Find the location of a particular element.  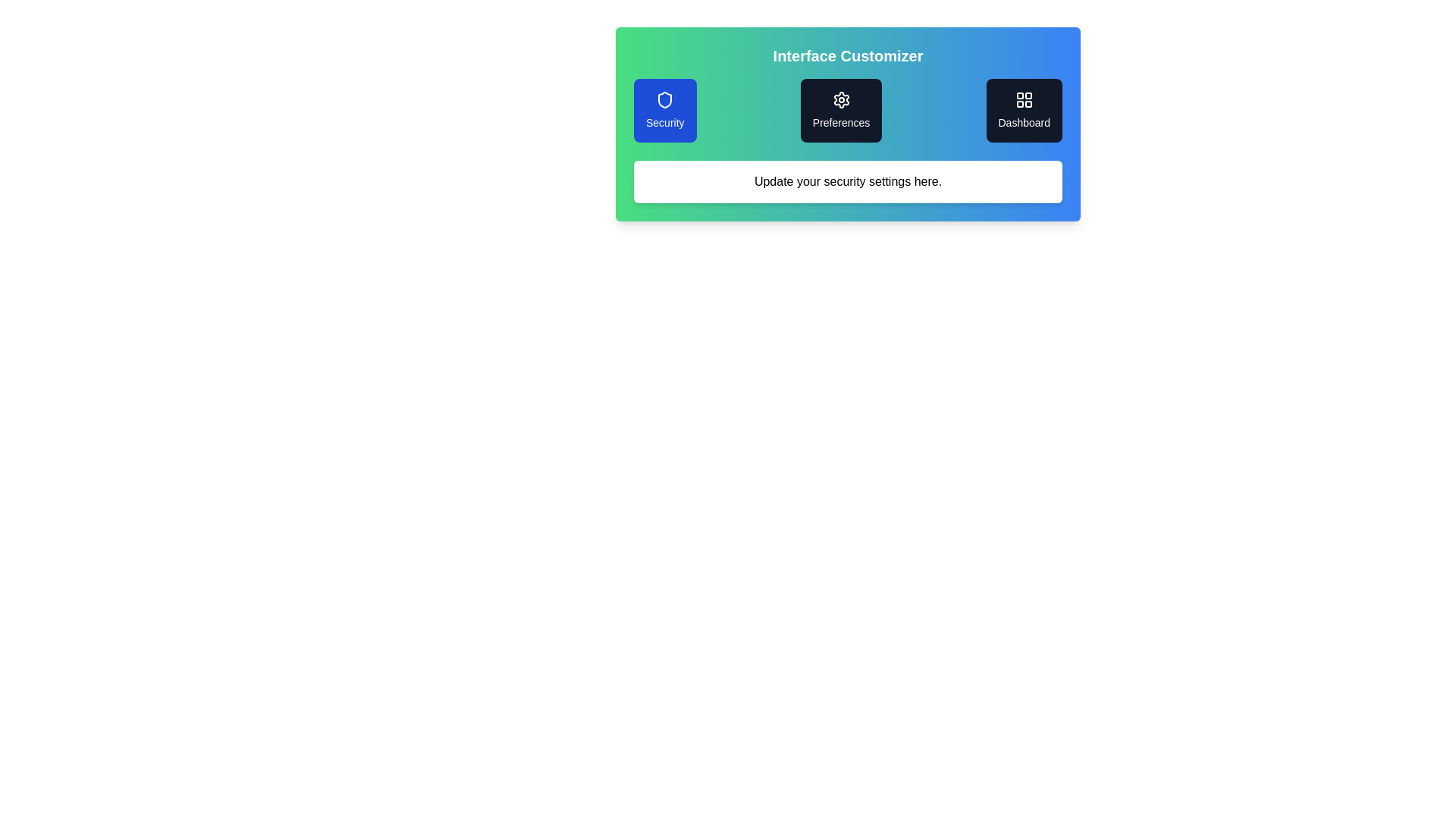

the settings icon located in the 'Preferences' section is located at coordinates (840, 99).